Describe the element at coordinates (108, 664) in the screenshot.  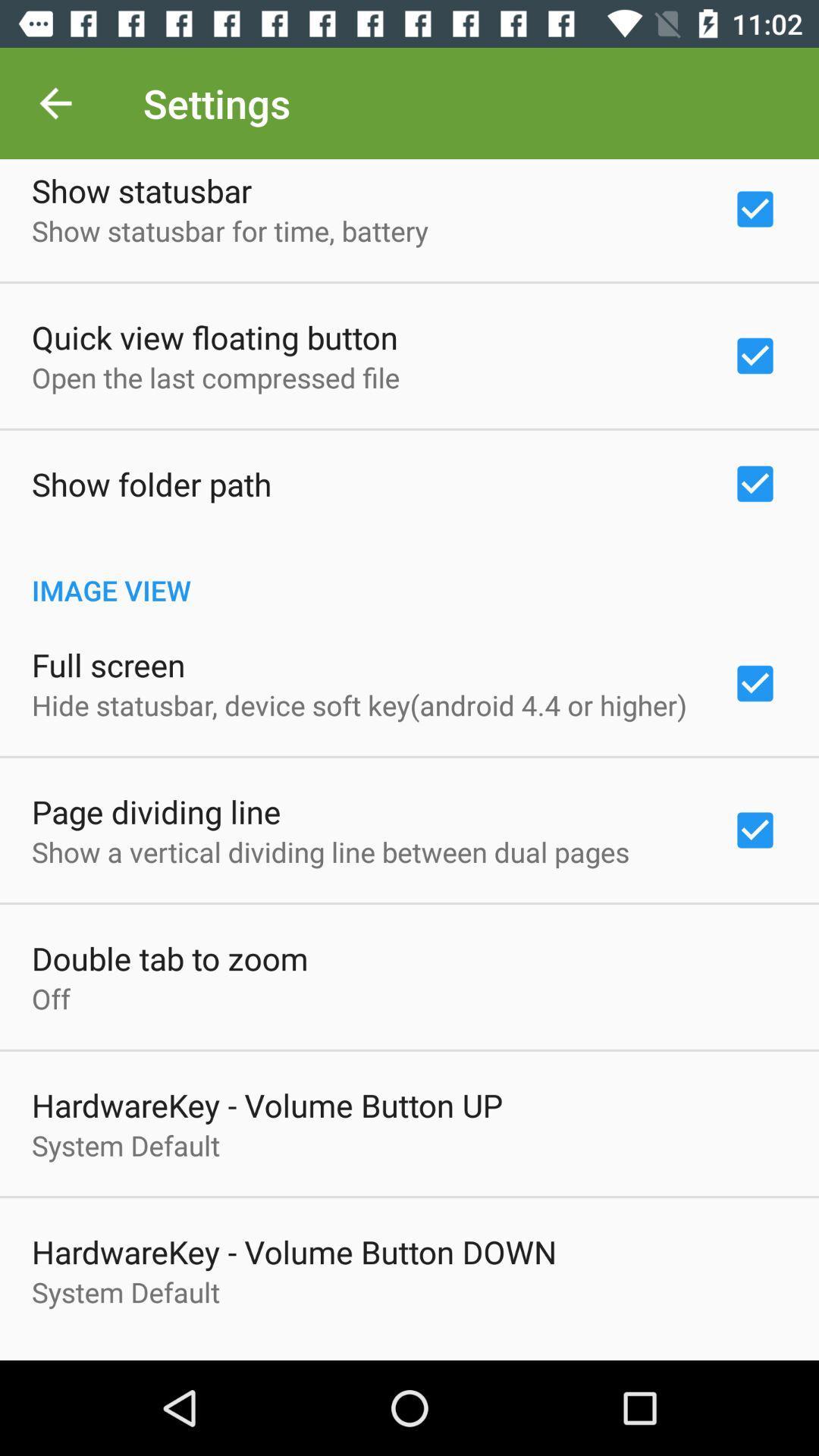
I see `the item below the image view icon` at that location.